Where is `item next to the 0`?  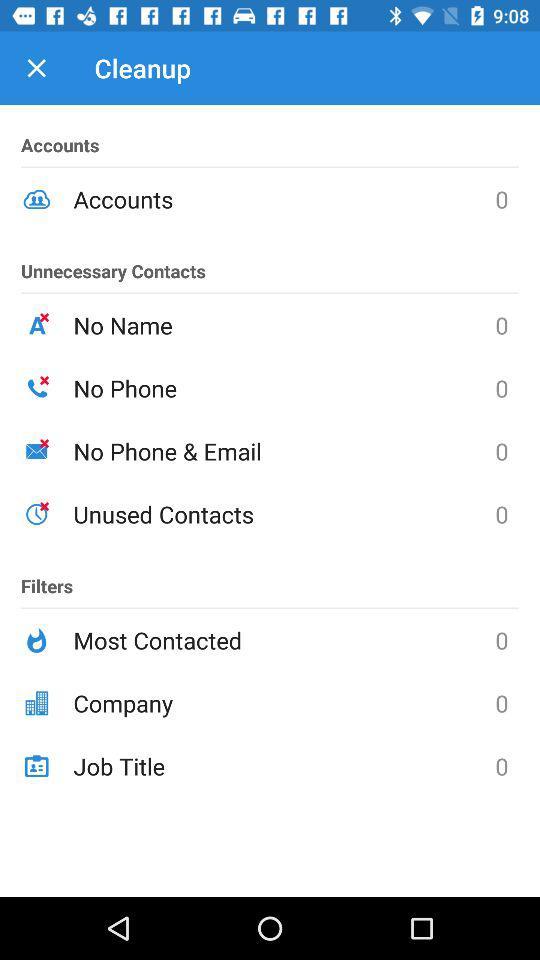
item next to the 0 is located at coordinates (283, 703).